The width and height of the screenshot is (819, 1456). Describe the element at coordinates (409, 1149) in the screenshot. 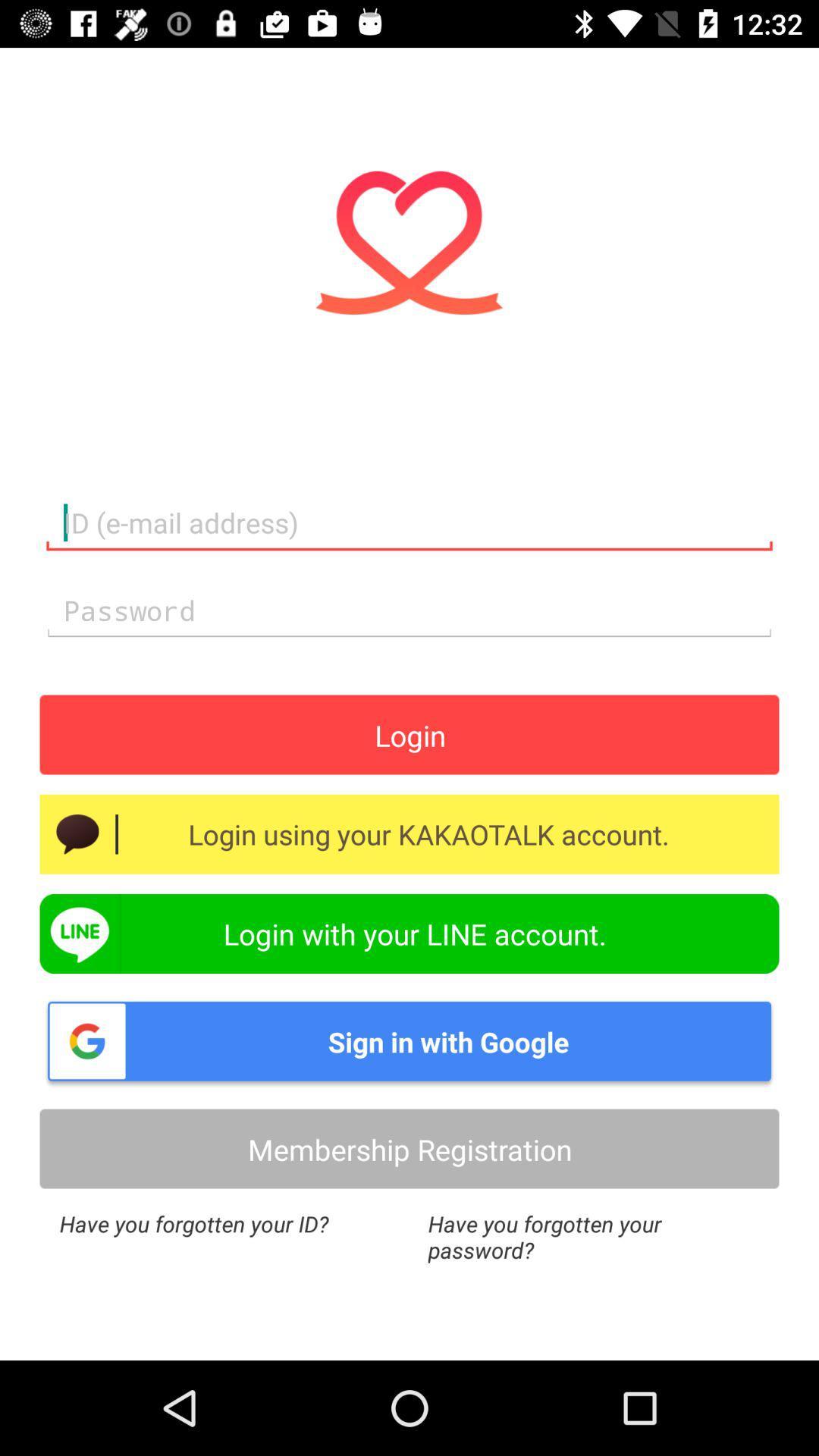

I see `the membership registration` at that location.